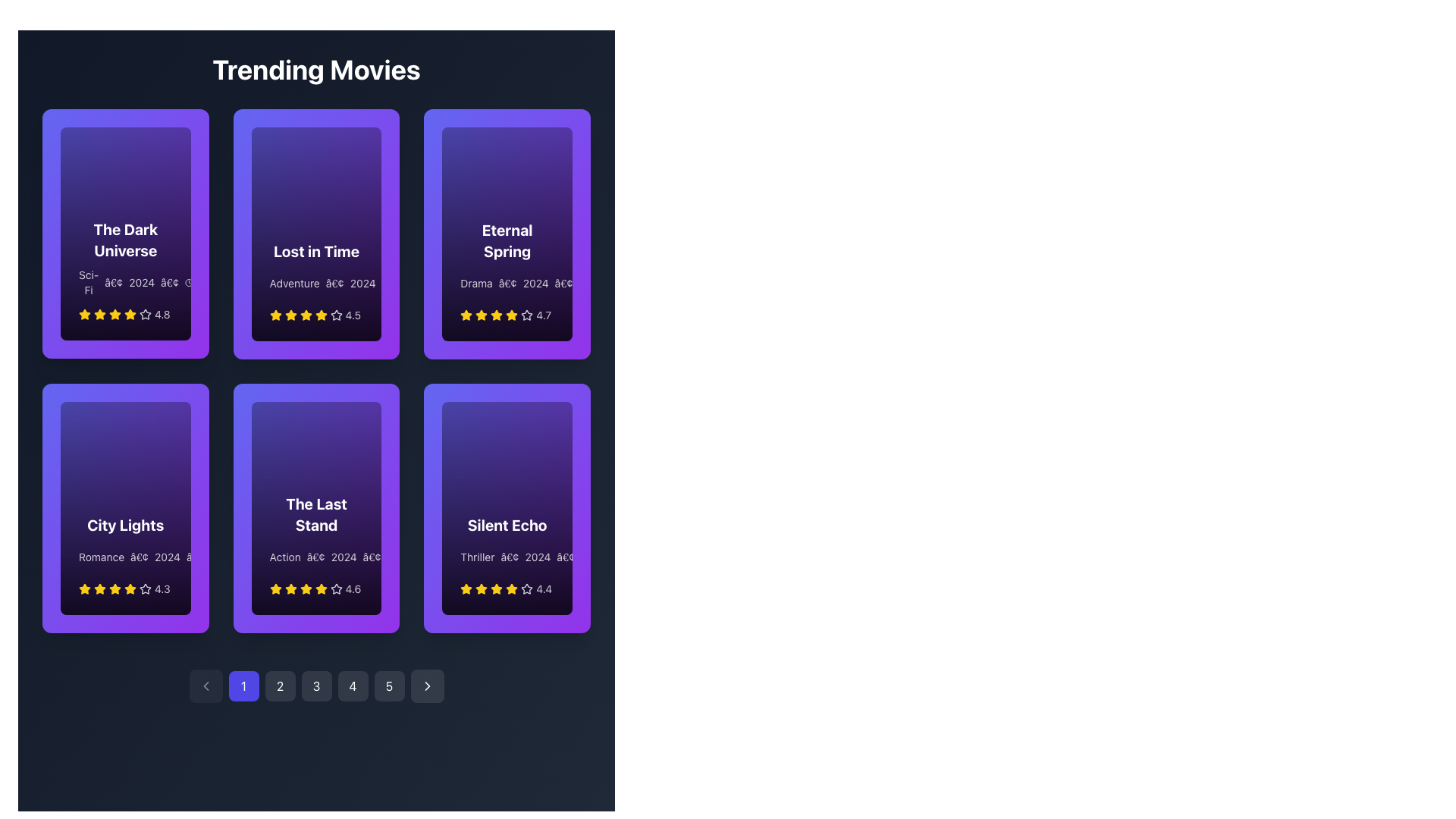 This screenshot has height=819, width=1456. I want to click on the fourth star icon in the rating component for the movie 'Silent Echo', located in the bottom-right corner of the card, so click(497, 588).